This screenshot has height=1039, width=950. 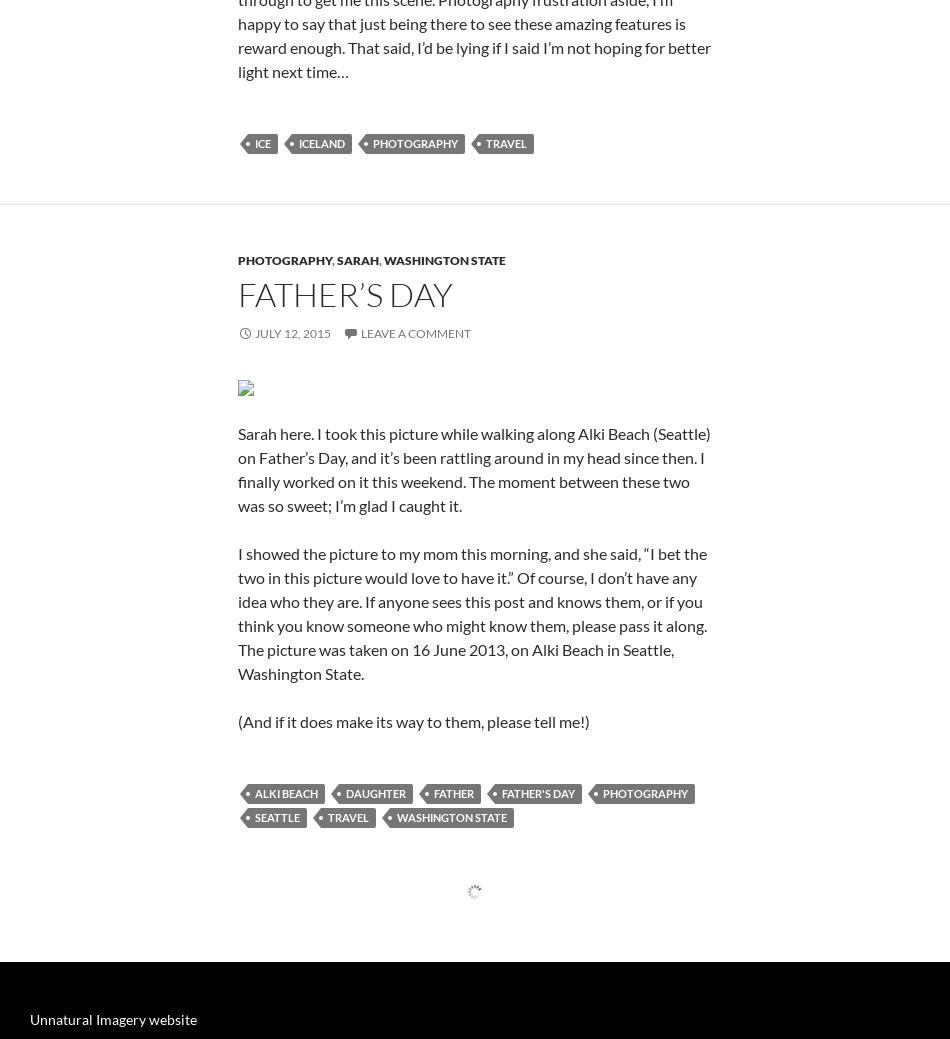 What do you see at coordinates (261, 385) in the screenshot?
I see `'ice'` at bounding box center [261, 385].